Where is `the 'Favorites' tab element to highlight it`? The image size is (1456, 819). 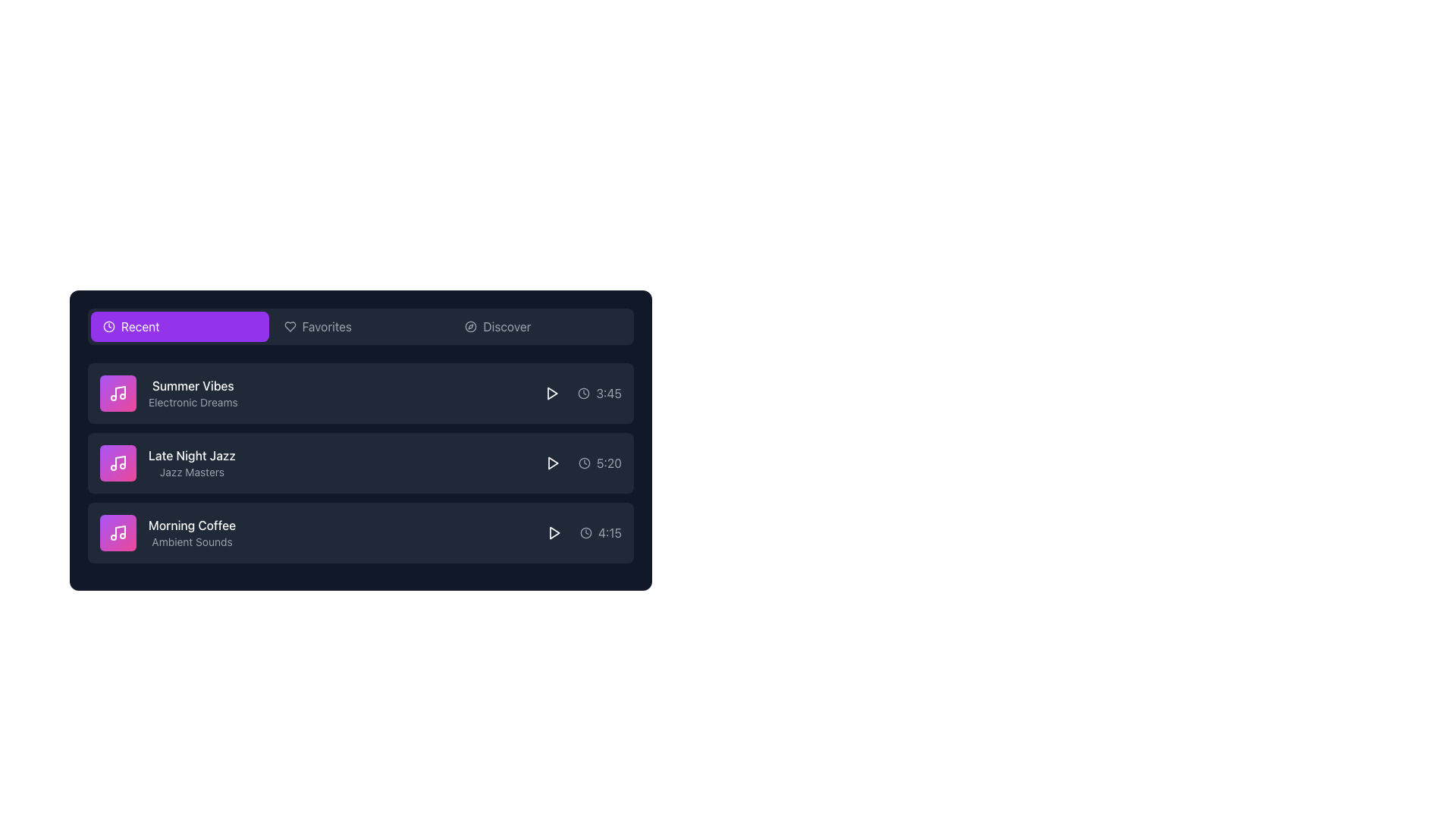 the 'Favorites' tab element to highlight it is located at coordinates (359, 326).